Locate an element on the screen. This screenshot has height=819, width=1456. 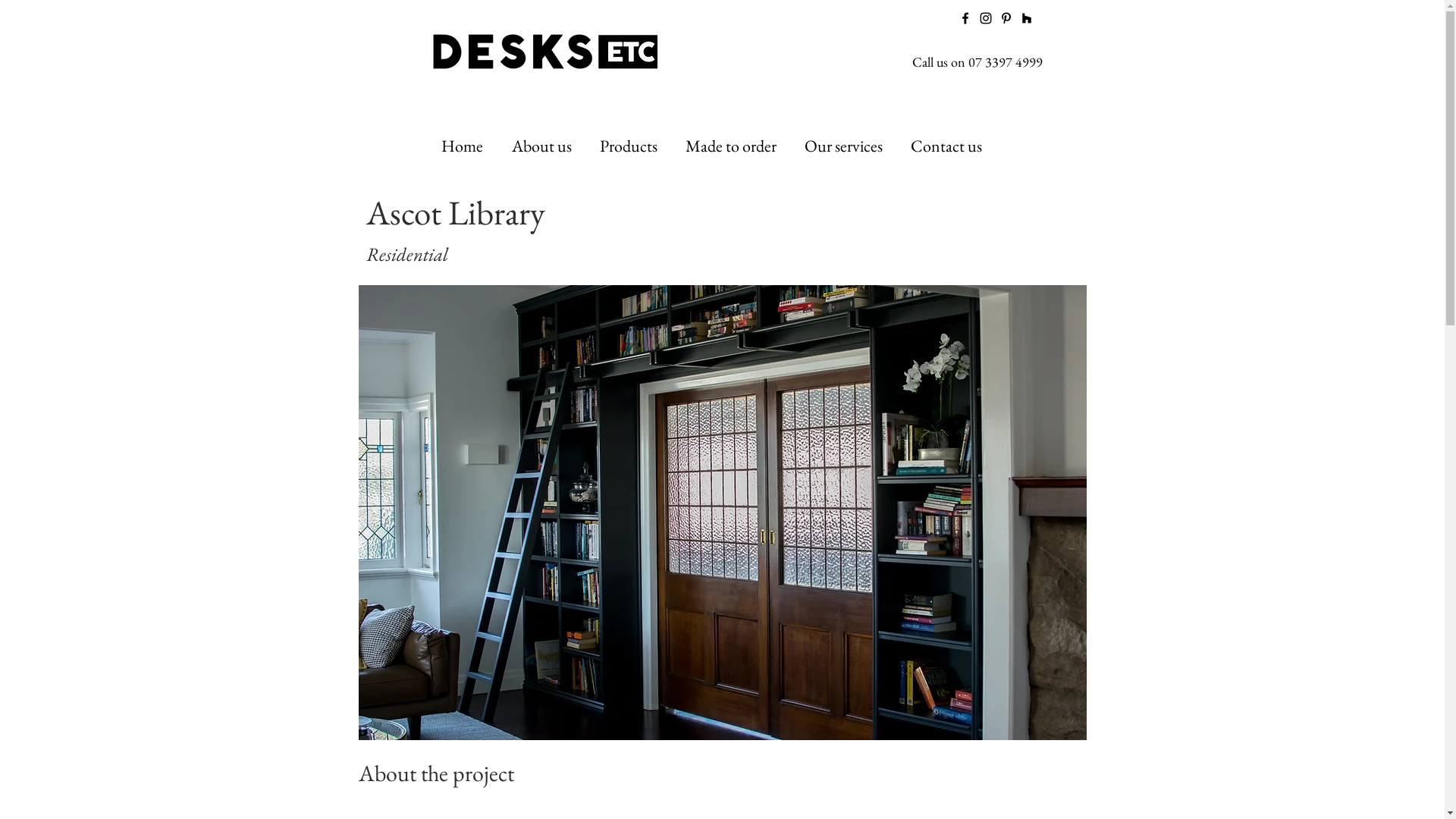
'Call us on 07 3397 4999' is located at coordinates (976, 61).